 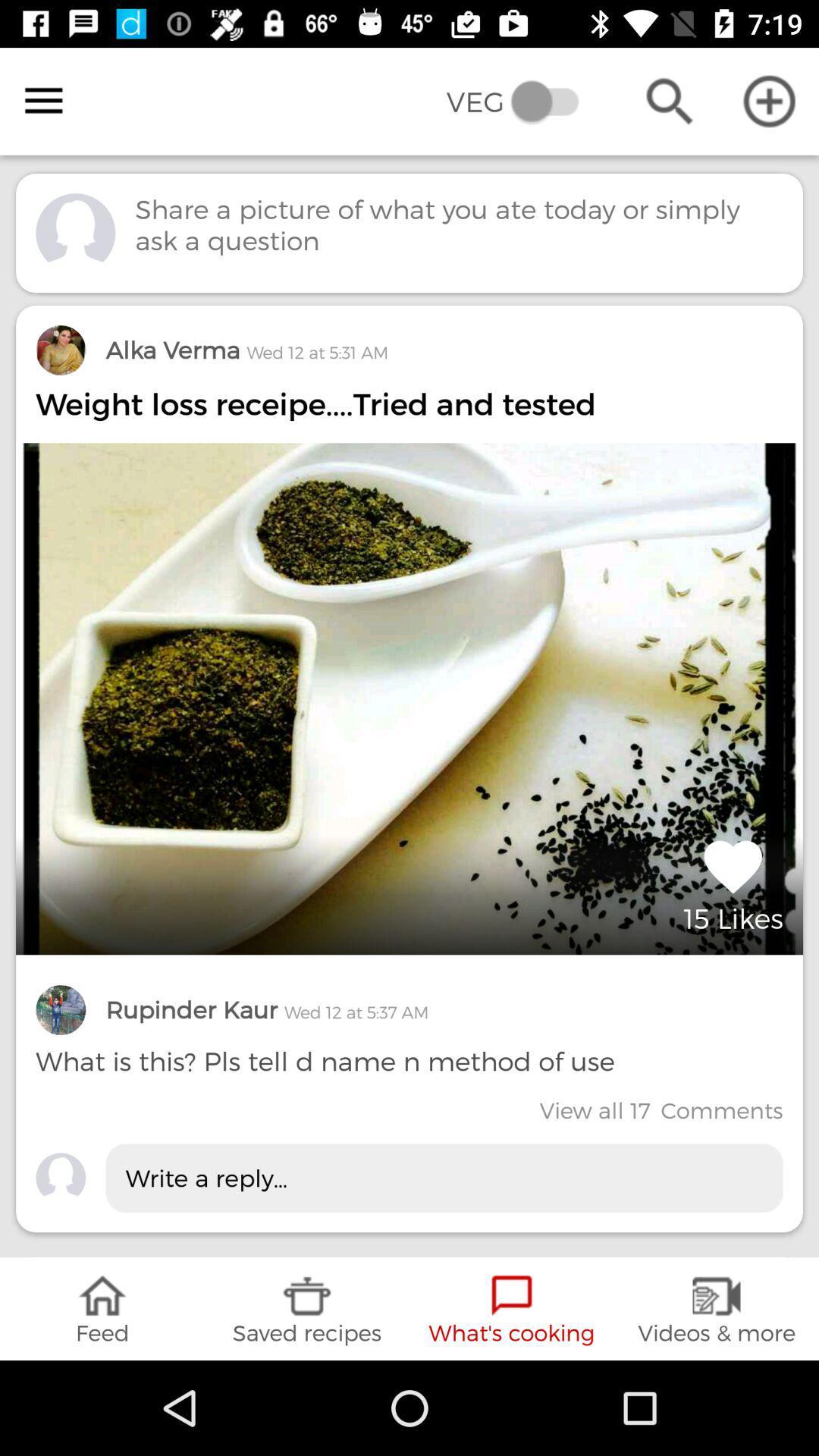 I want to click on icon next to videos & more item, so click(x=512, y=1308).